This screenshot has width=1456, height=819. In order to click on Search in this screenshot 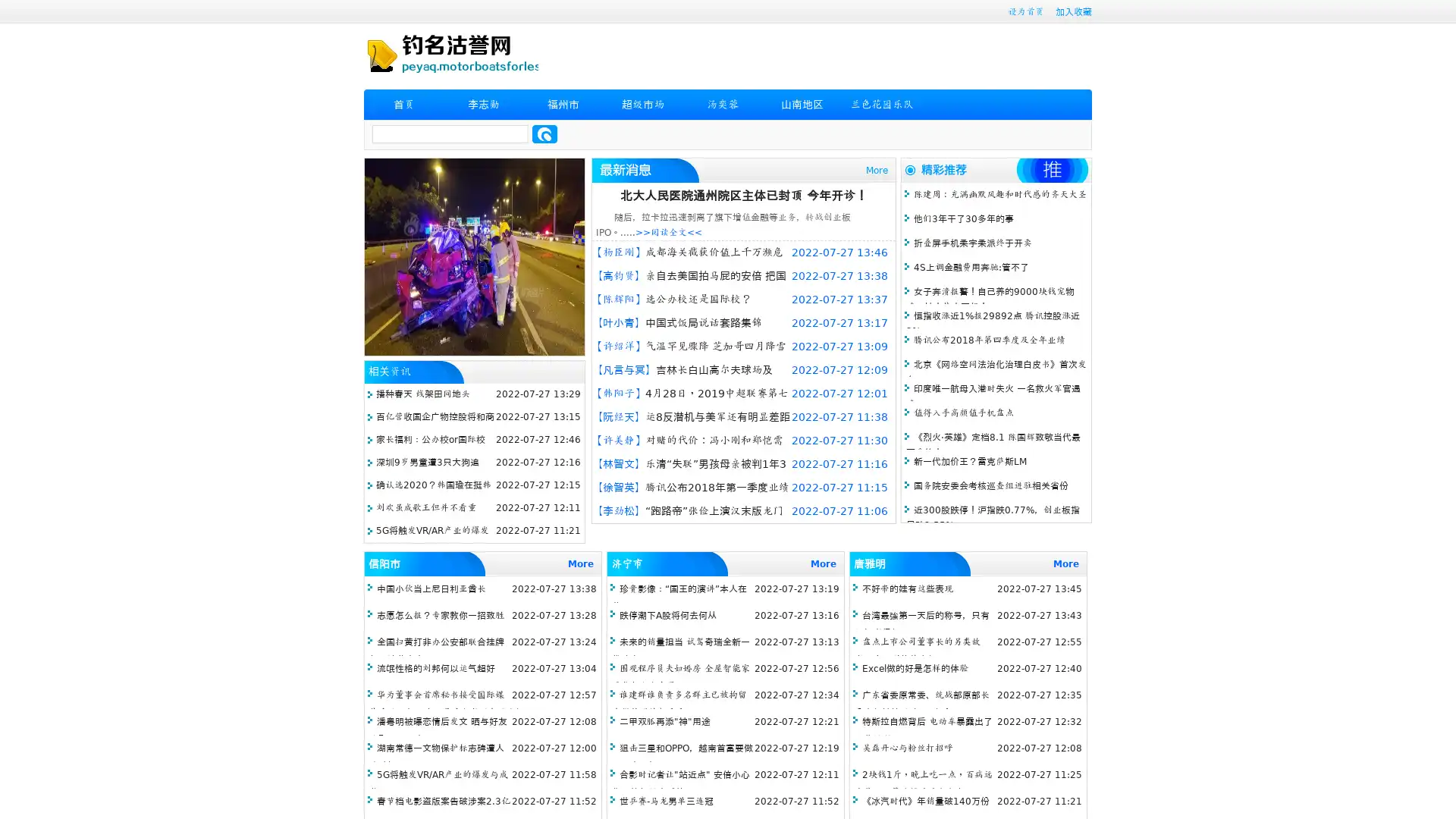, I will do `click(544, 133)`.